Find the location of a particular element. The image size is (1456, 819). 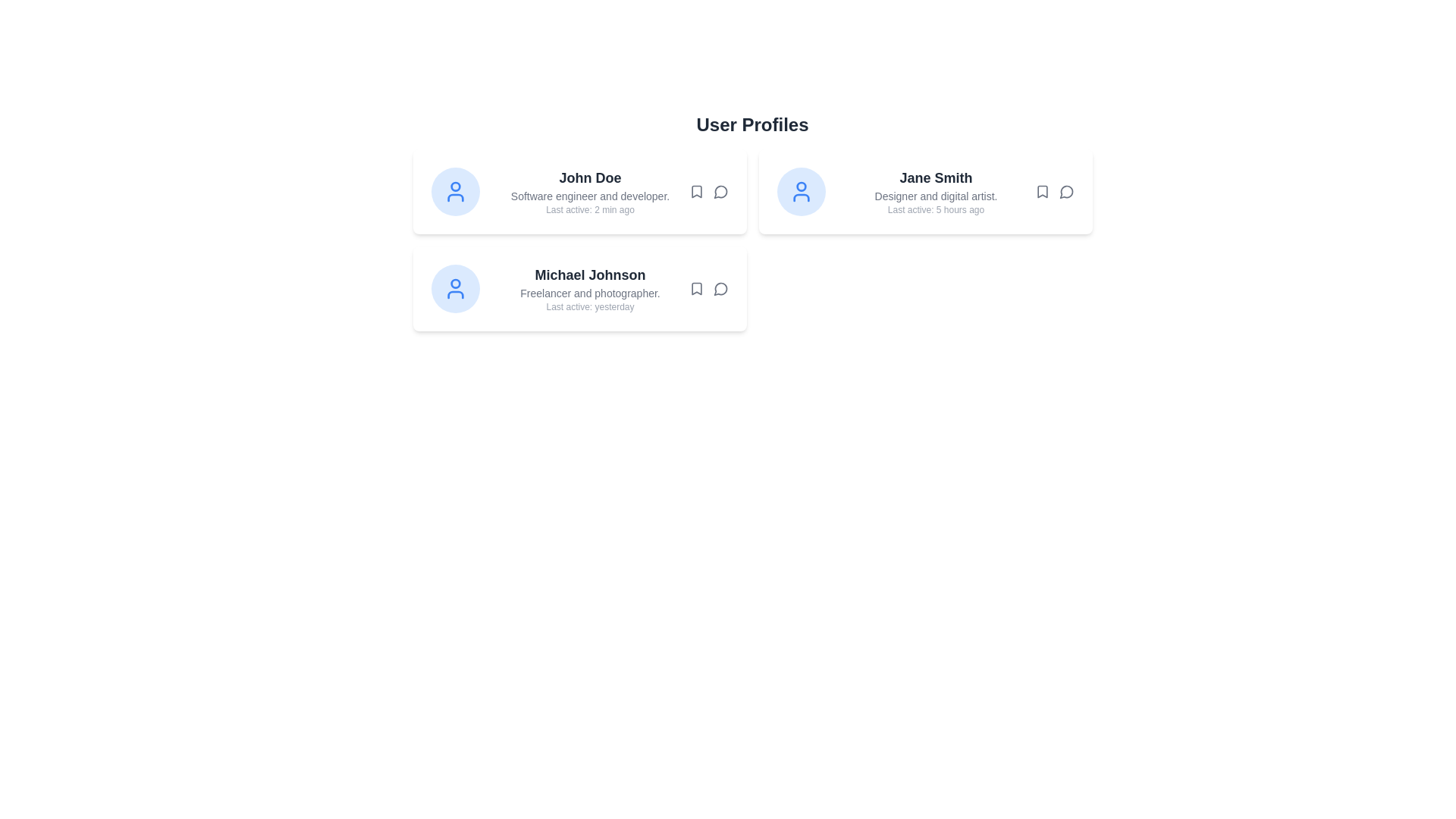

the text label that reads 'Last active: 2 min ago', which is styled in a small gray font and located beneath the person's title description in the profile card is located at coordinates (589, 210).